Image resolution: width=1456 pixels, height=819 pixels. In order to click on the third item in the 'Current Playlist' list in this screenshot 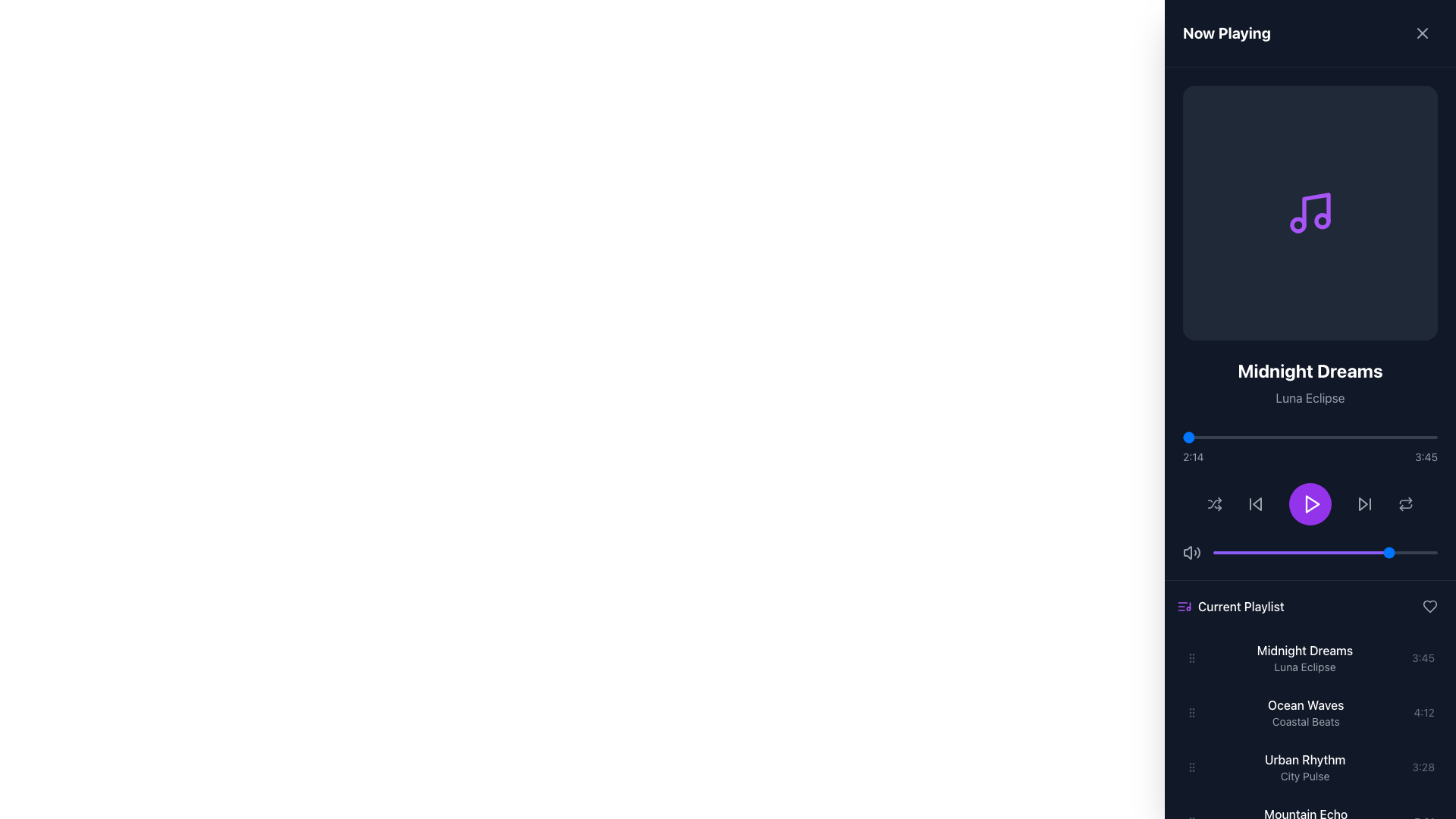, I will do `click(1310, 767)`.